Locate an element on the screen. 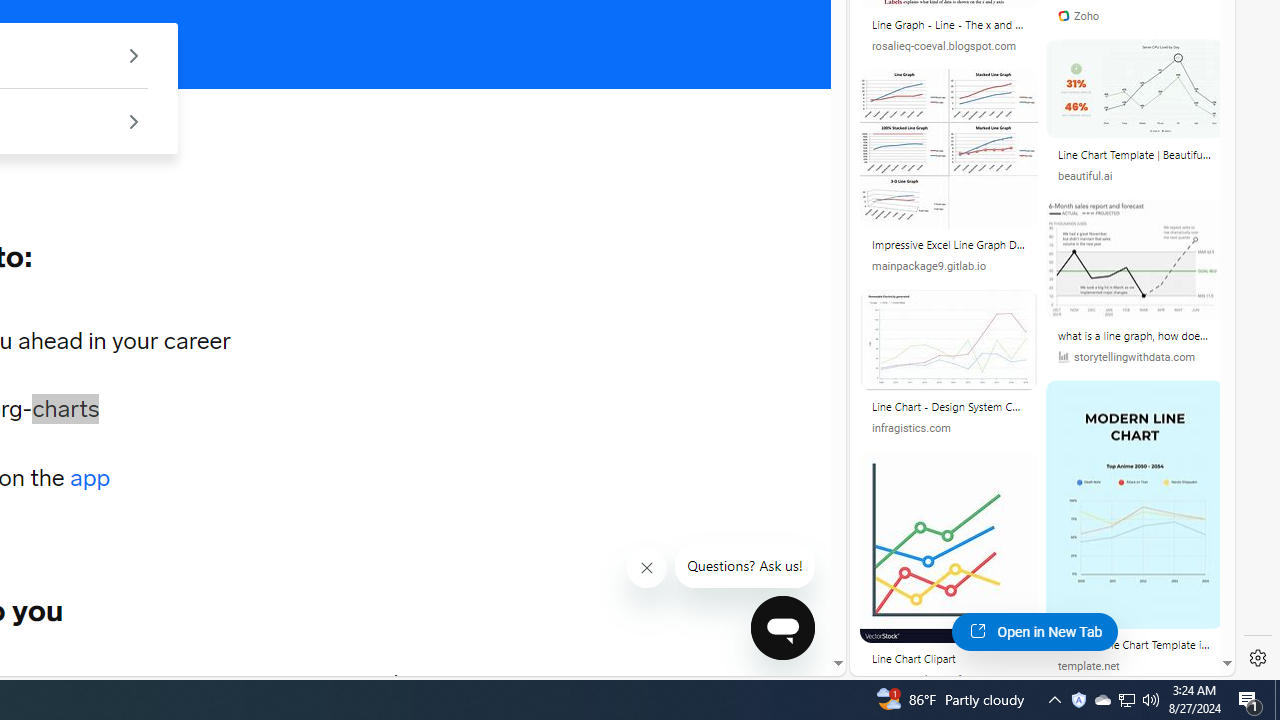 This screenshot has width=1280, height=720. 'Questions? Ask us!' is located at coordinates (744, 566).